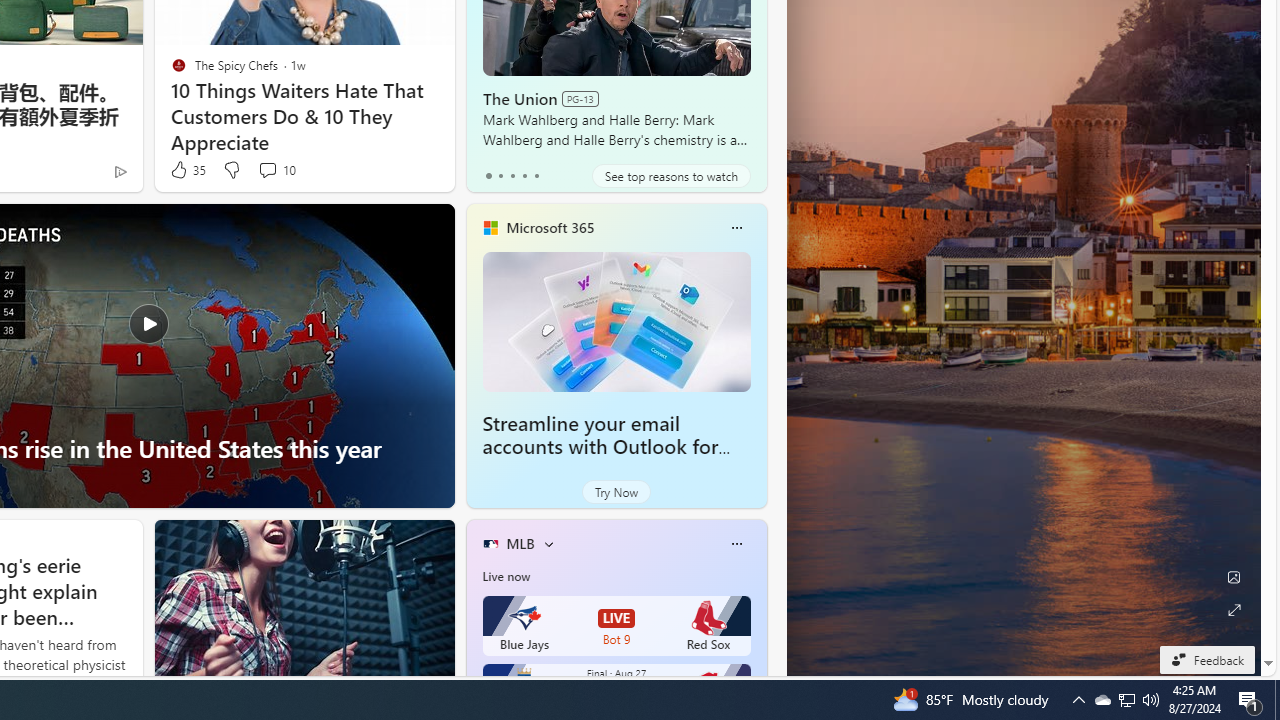 This screenshot has height=720, width=1280. Describe the element at coordinates (512, 175) in the screenshot. I see `'tab-2'` at that location.